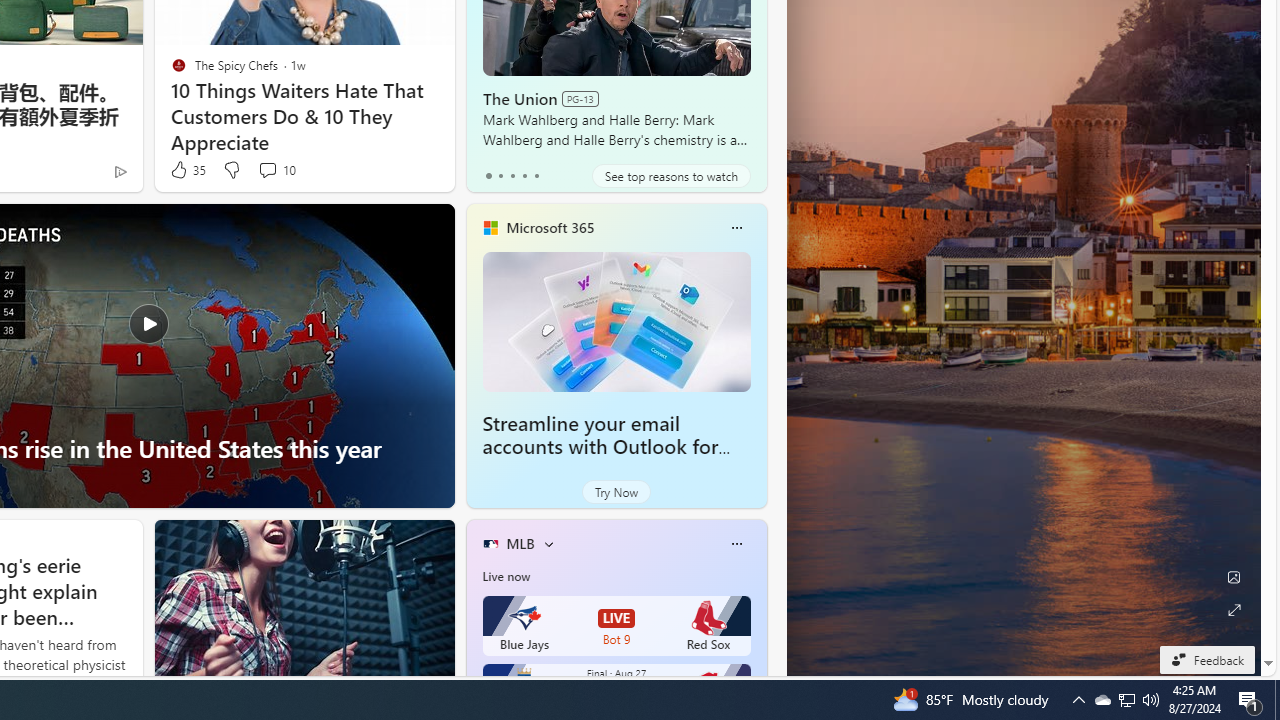 This screenshot has height=720, width=1280. Describe the element at coordinates (512, 175) in the screenshot. I see `'tab-2'` at that location.